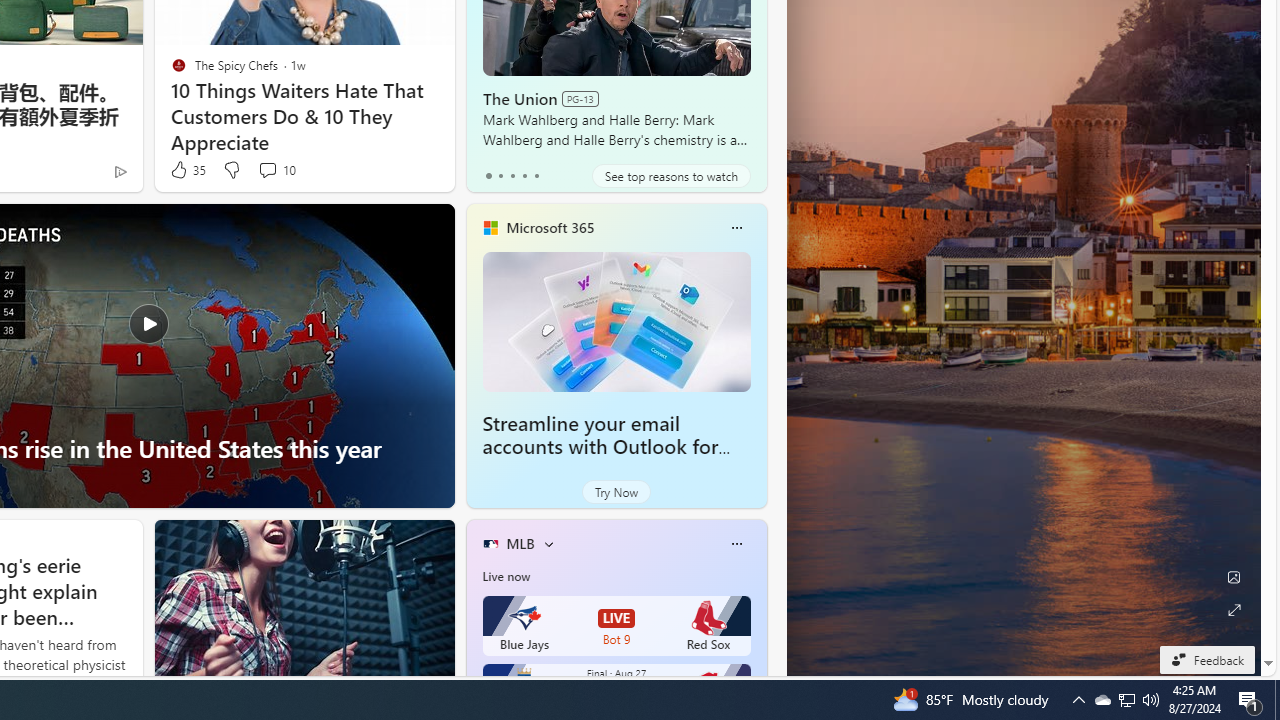 This screenshot has height=720, width=1280. Describe the element at coordinates (512, 175) in the screenshot. I see `'tab-2'` at that location.